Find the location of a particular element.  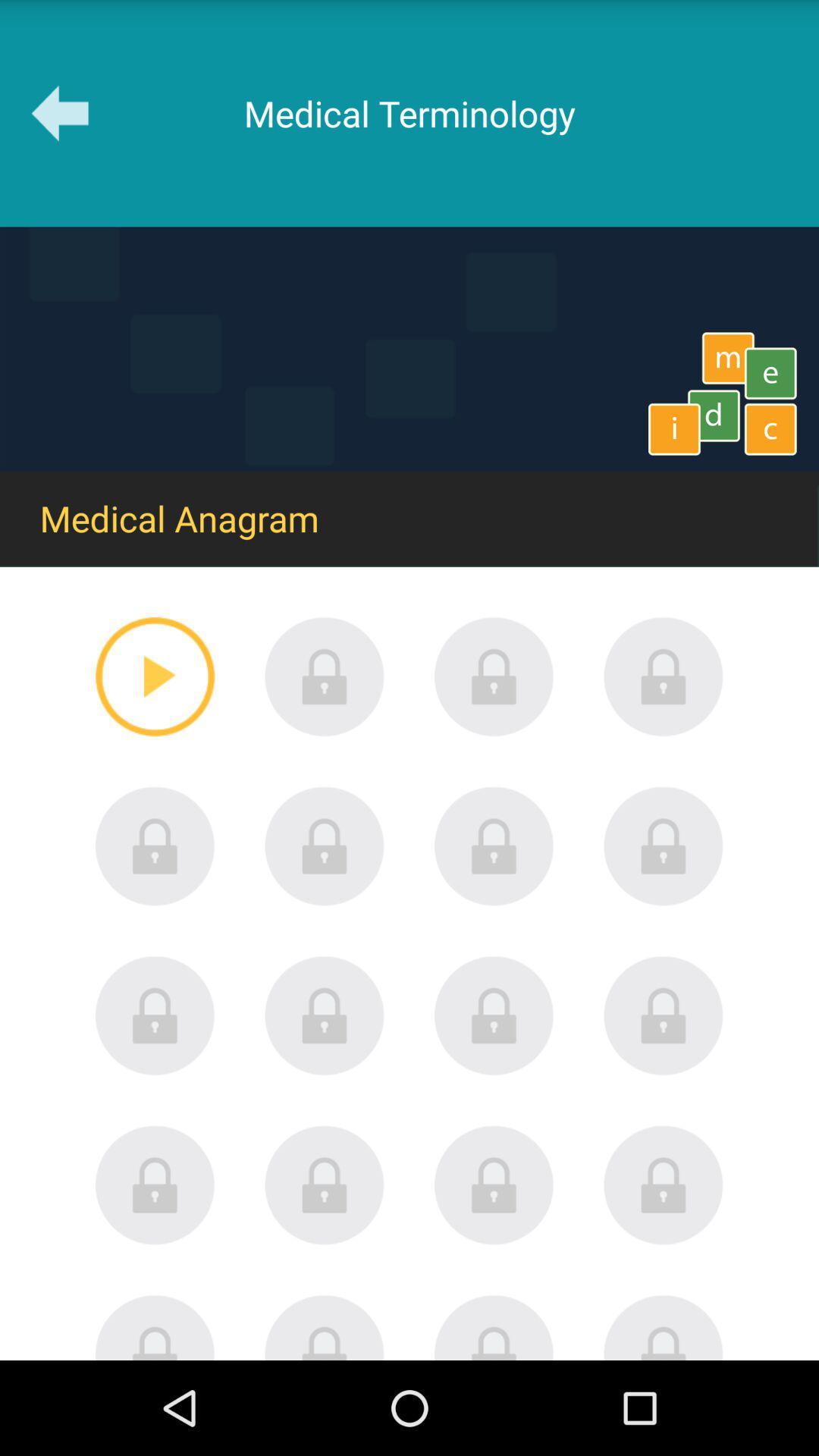

the lock icon is located at coordinates (494, 905).